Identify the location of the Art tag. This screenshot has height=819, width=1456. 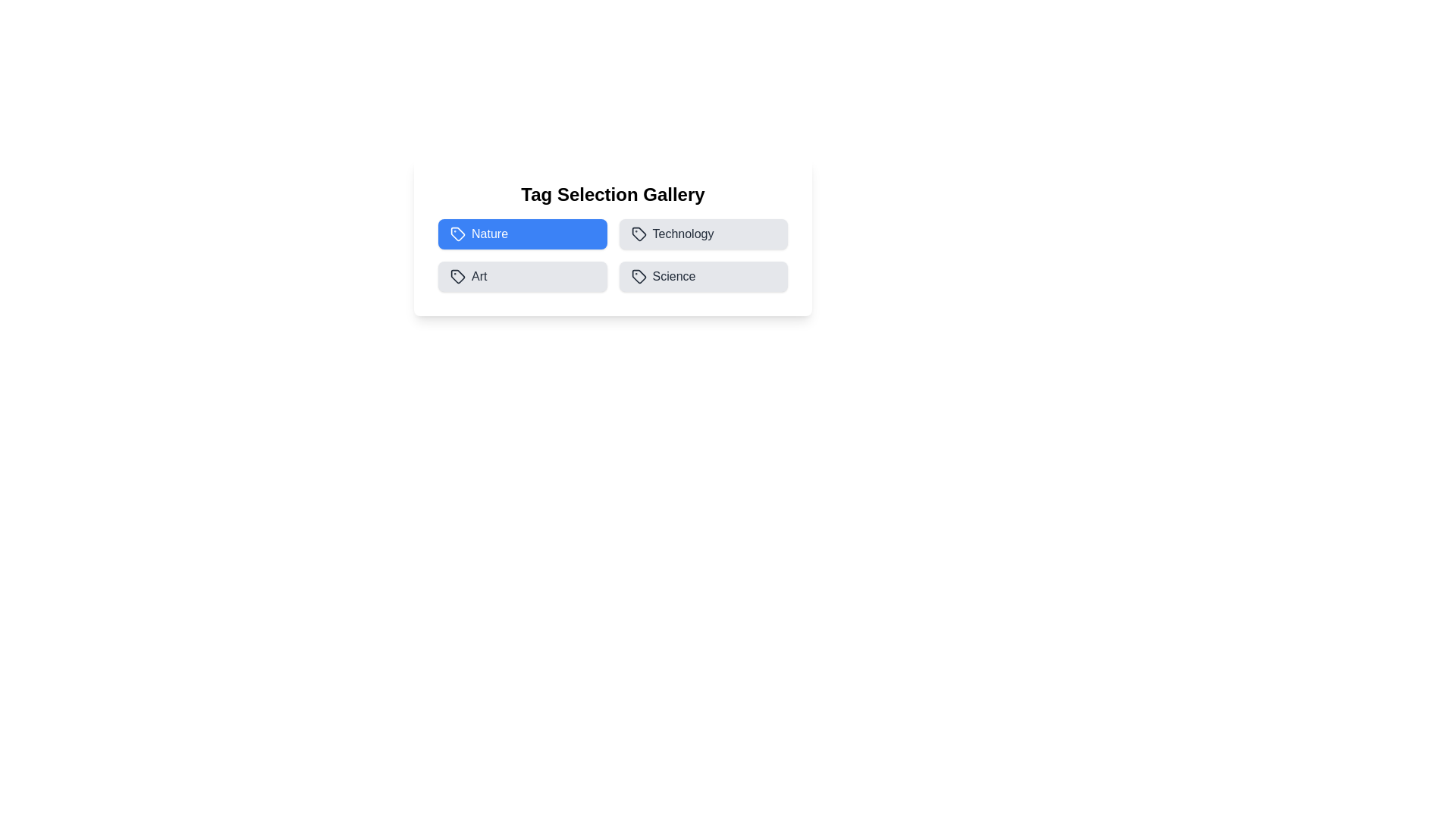
(522, 277).